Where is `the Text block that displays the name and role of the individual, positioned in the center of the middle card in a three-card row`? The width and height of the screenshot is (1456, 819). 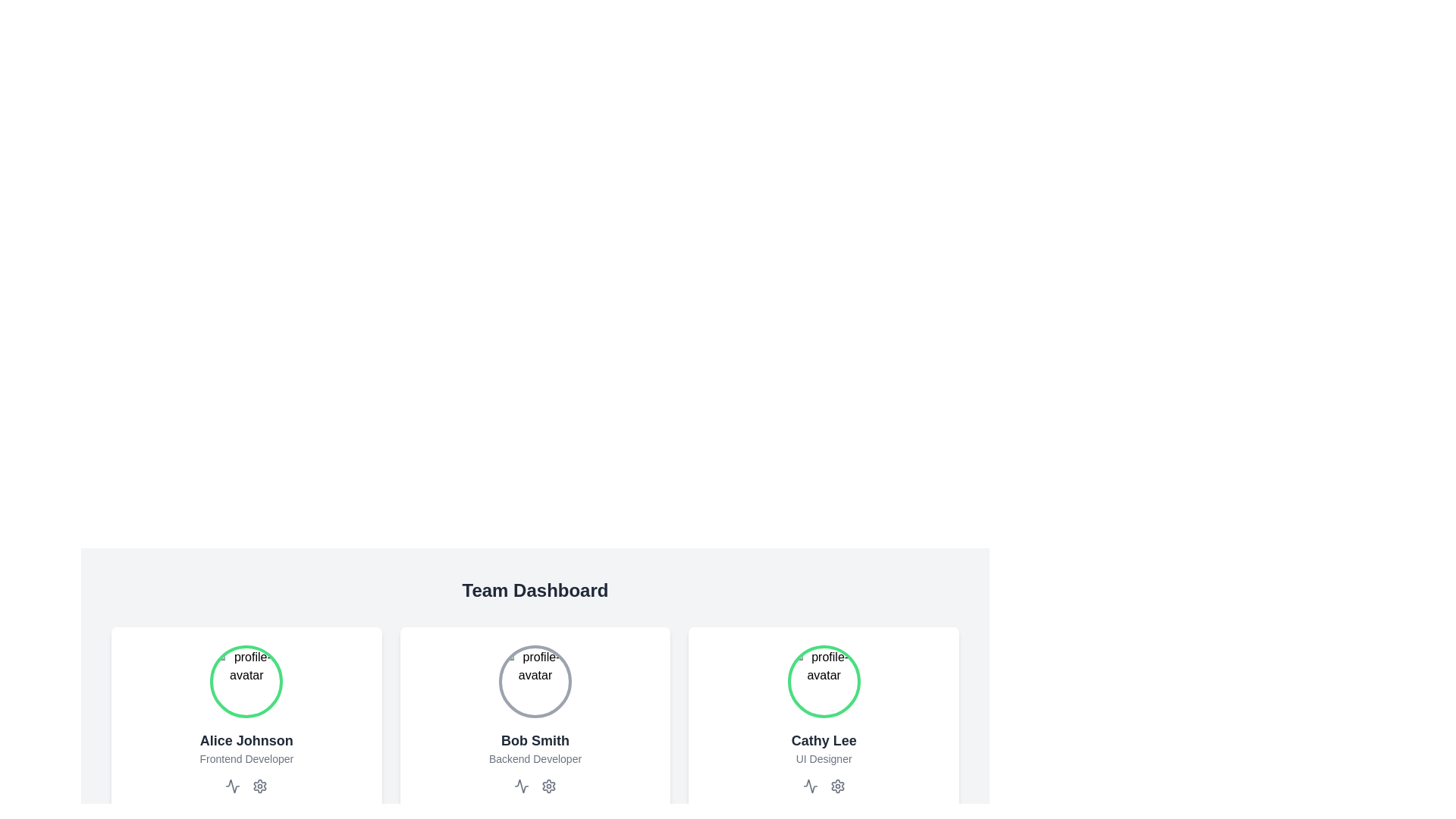 the Text block that displays the name and role of the individual, positioned in the center of the middle card in a three-card row is located at coordinates (535, 748).